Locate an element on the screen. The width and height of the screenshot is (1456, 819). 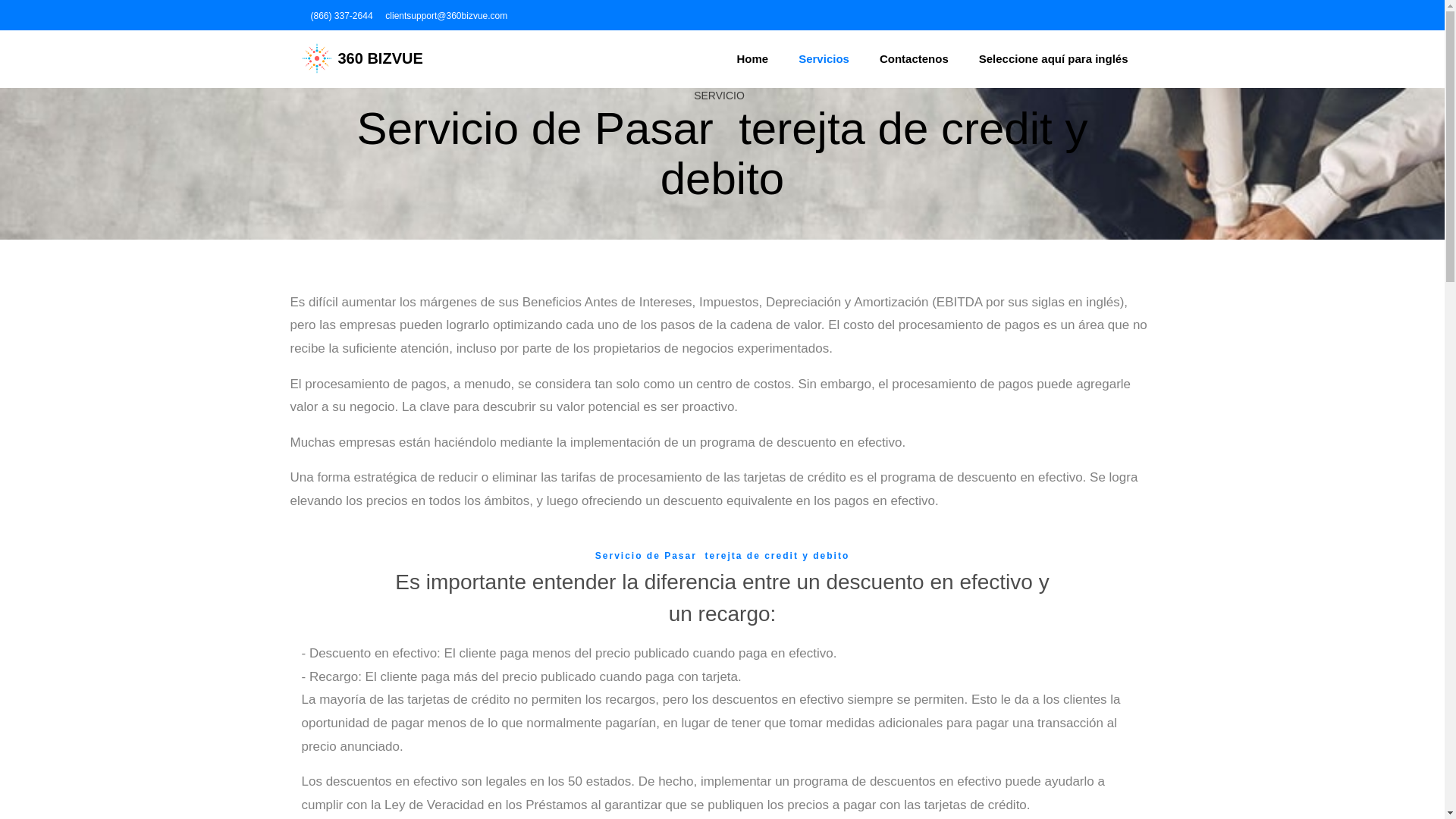
'SERVICIO' is located at coordinates (718, 96).